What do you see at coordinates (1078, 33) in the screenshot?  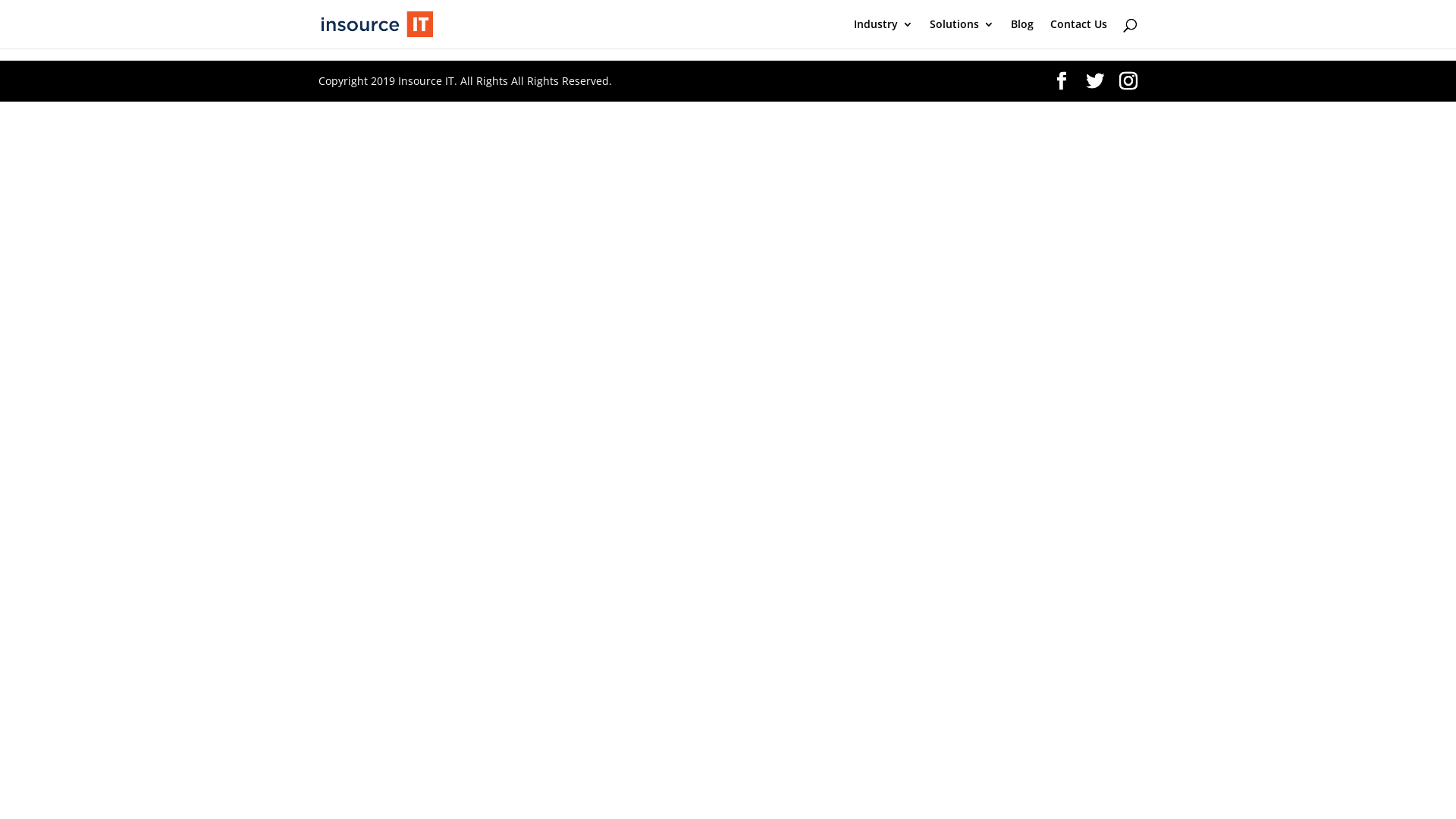 I see `'Contact Us'` at bounding box center [1078, 33].